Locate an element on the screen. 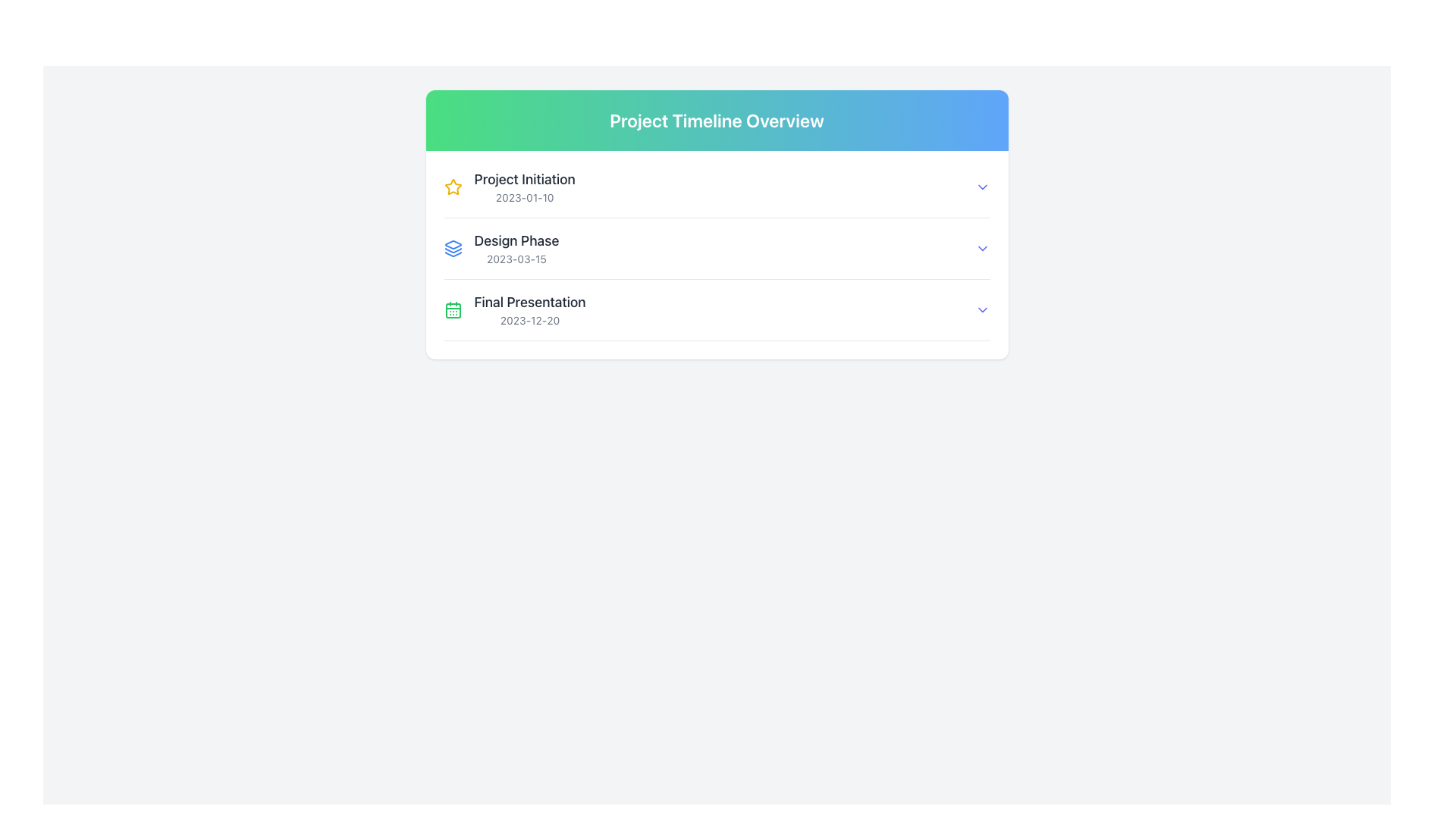  the List Item with Icon and Text element for 'Final Presentation' located is located at coordinates (515, 309).